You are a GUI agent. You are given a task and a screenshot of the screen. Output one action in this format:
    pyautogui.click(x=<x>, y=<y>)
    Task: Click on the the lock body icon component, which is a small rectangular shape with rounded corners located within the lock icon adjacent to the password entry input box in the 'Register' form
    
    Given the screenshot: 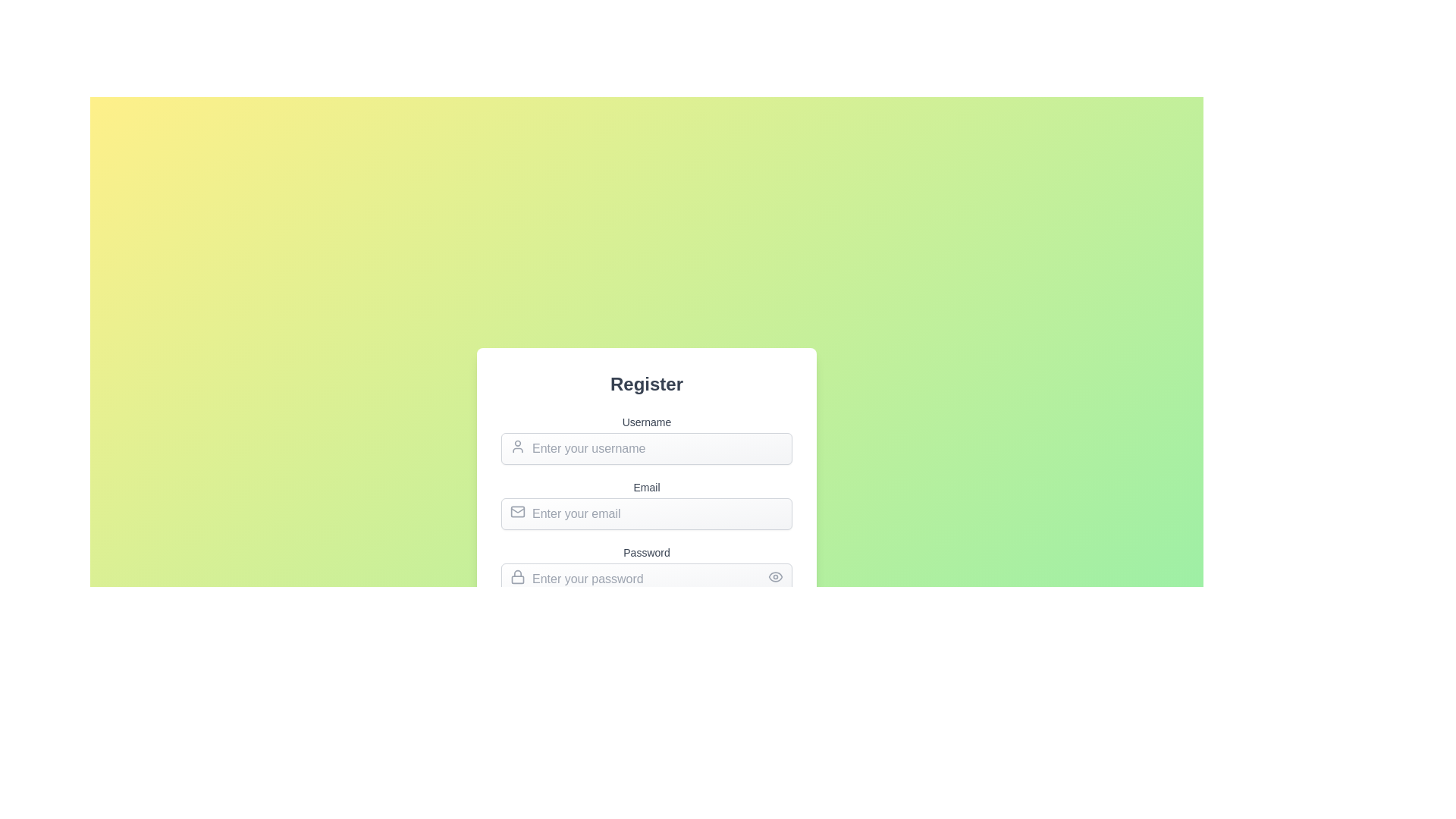 What is the action you would take?
    pyautogui.click(x=517, y=579)
    